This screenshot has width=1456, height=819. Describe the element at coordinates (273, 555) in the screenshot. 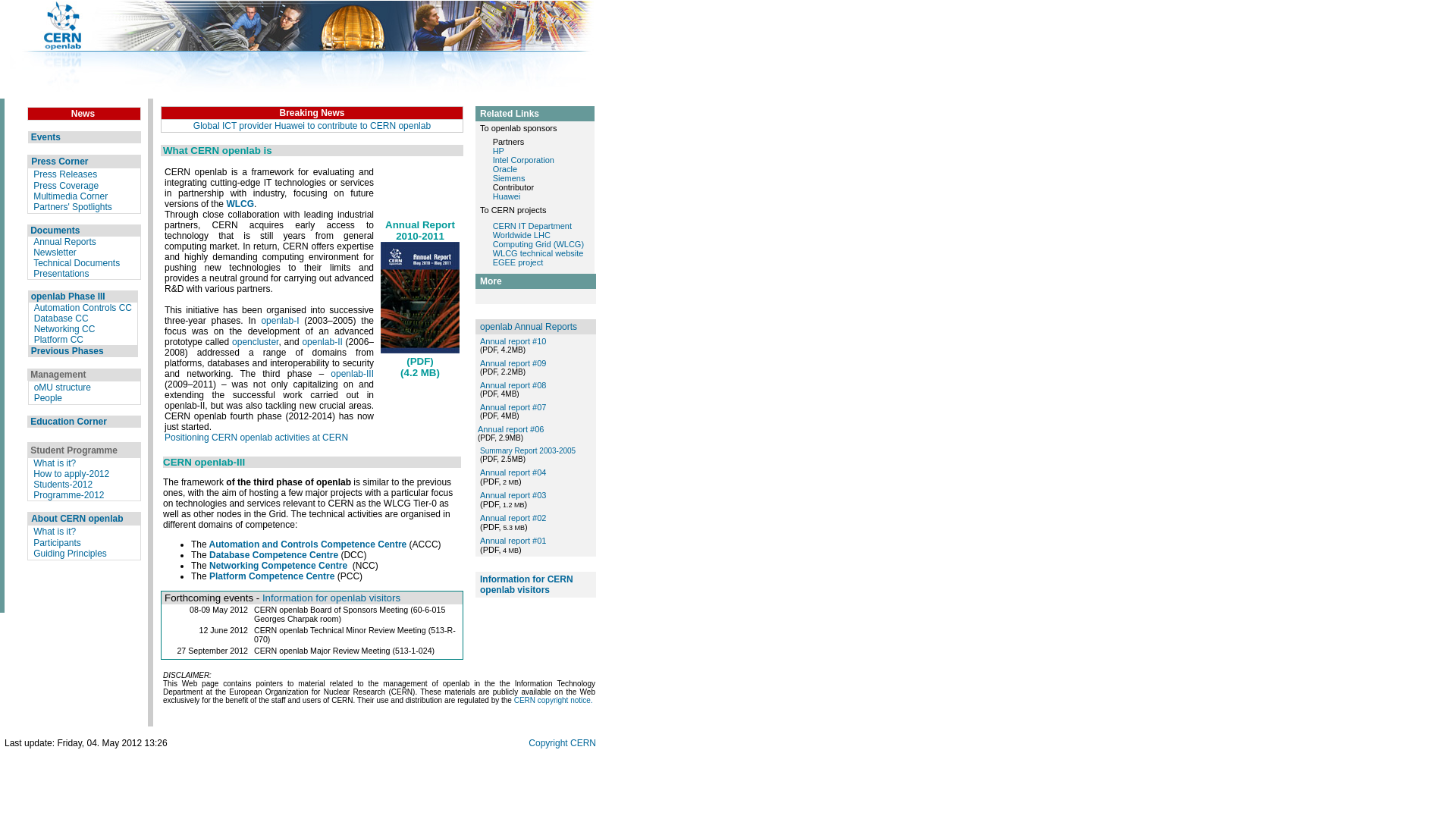

I see `'Database Competence Centre'` at that location.